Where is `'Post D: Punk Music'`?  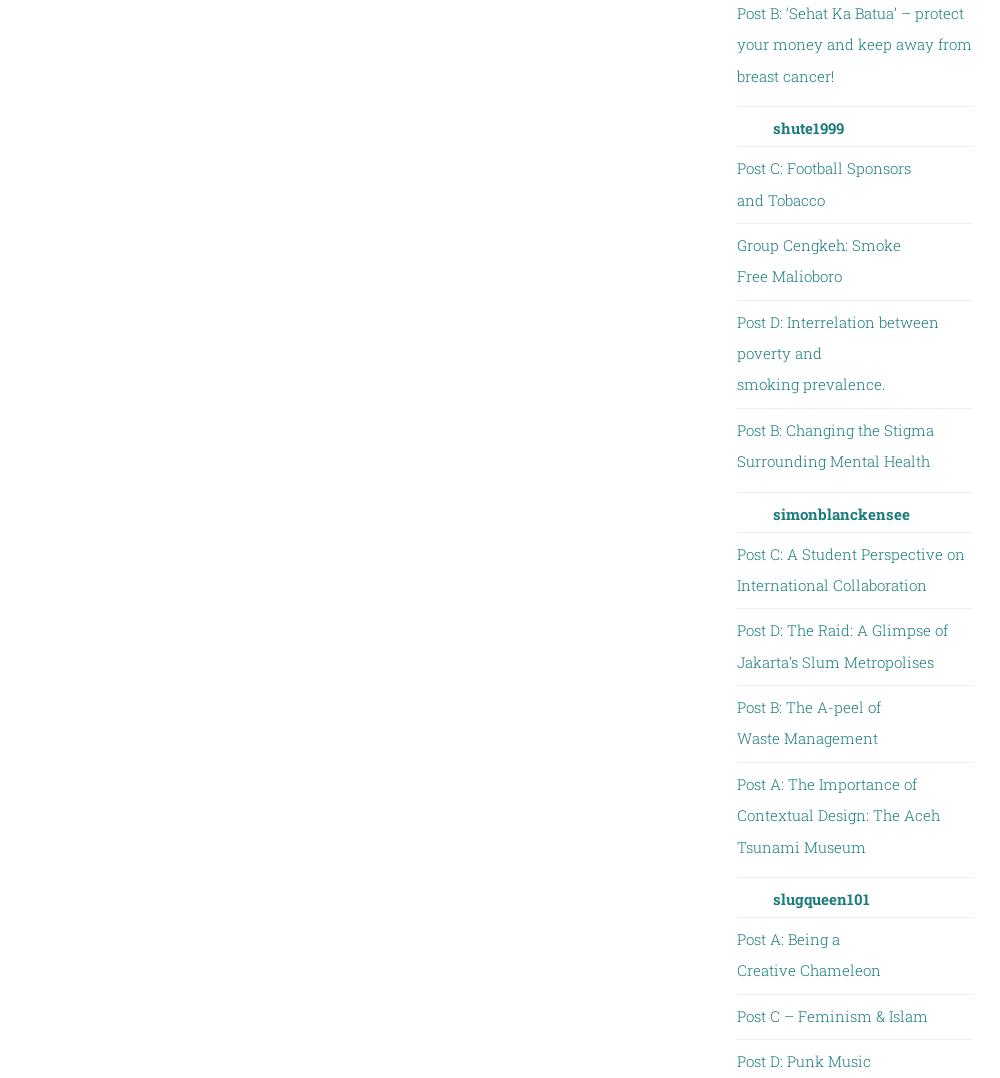 'Post D: Punk Music' is located at coordinates (803, 1060).